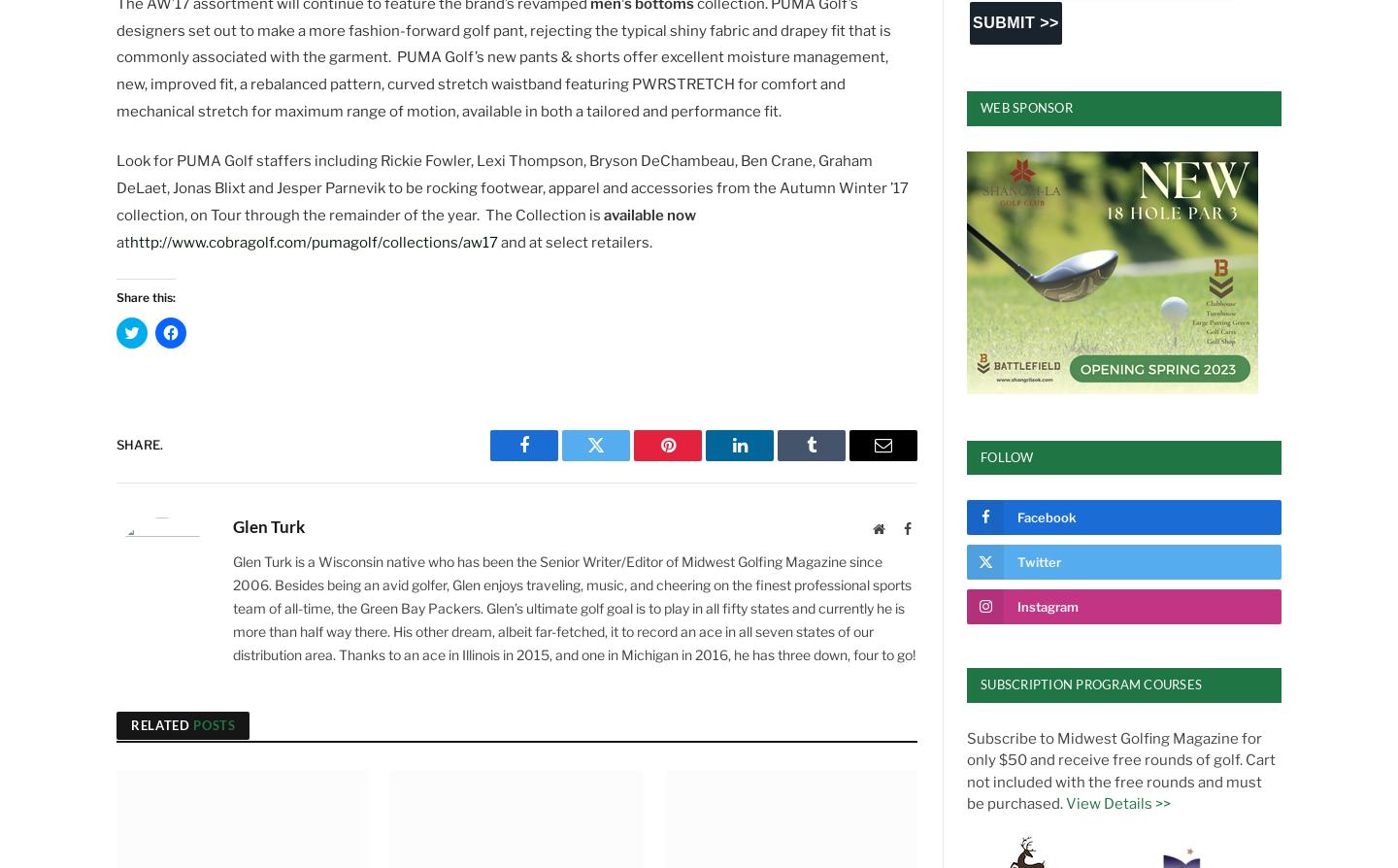  What do you see at coordinates (314, 240) in the screenshot?
I see `'http://www.cobragolf.com/pumagolf/collections/aw17'` at bounding box center [314, 240].